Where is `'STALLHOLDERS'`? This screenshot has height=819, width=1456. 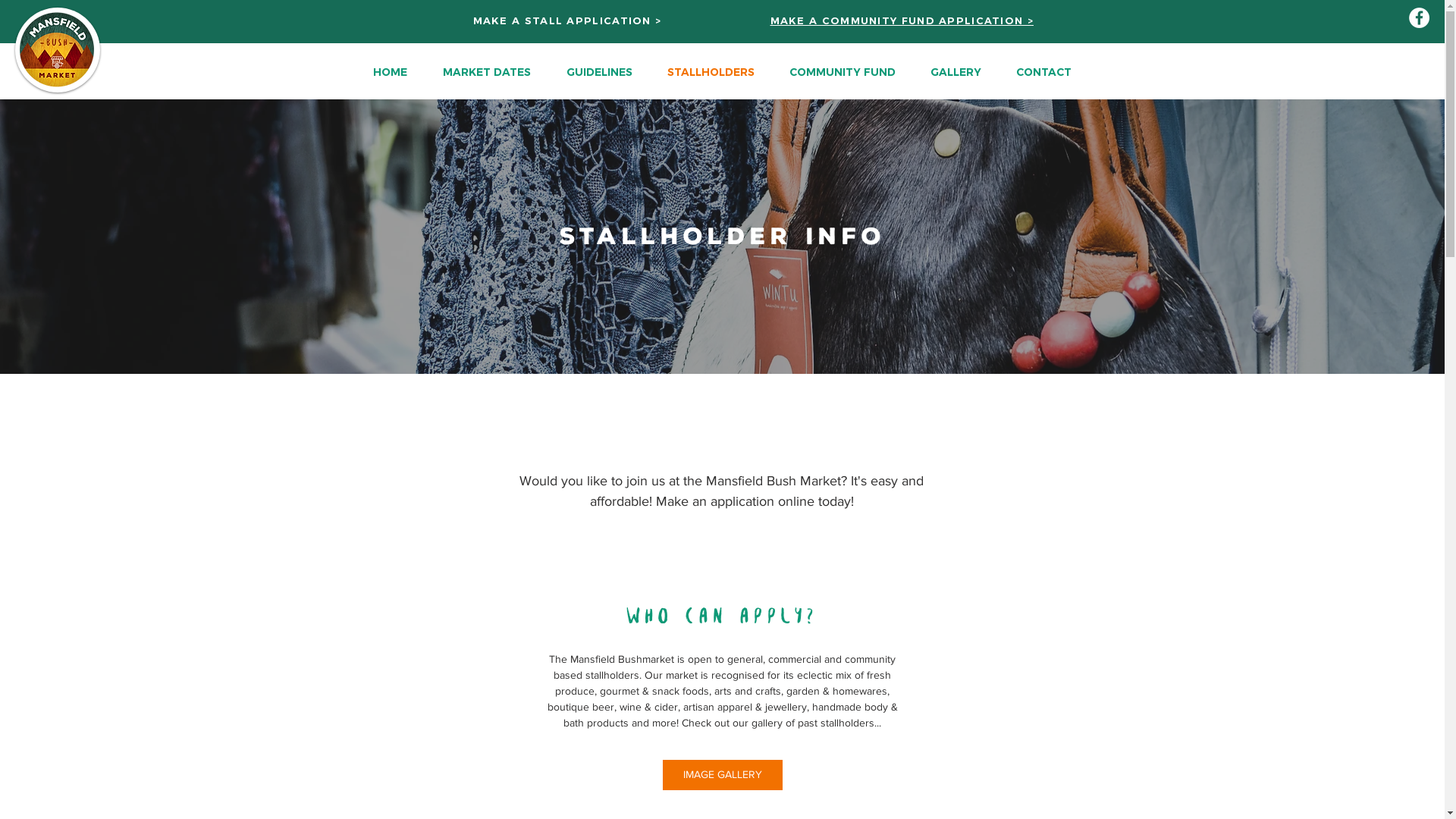
'STALLHOLDERS' is located at coordinates (648, 71).